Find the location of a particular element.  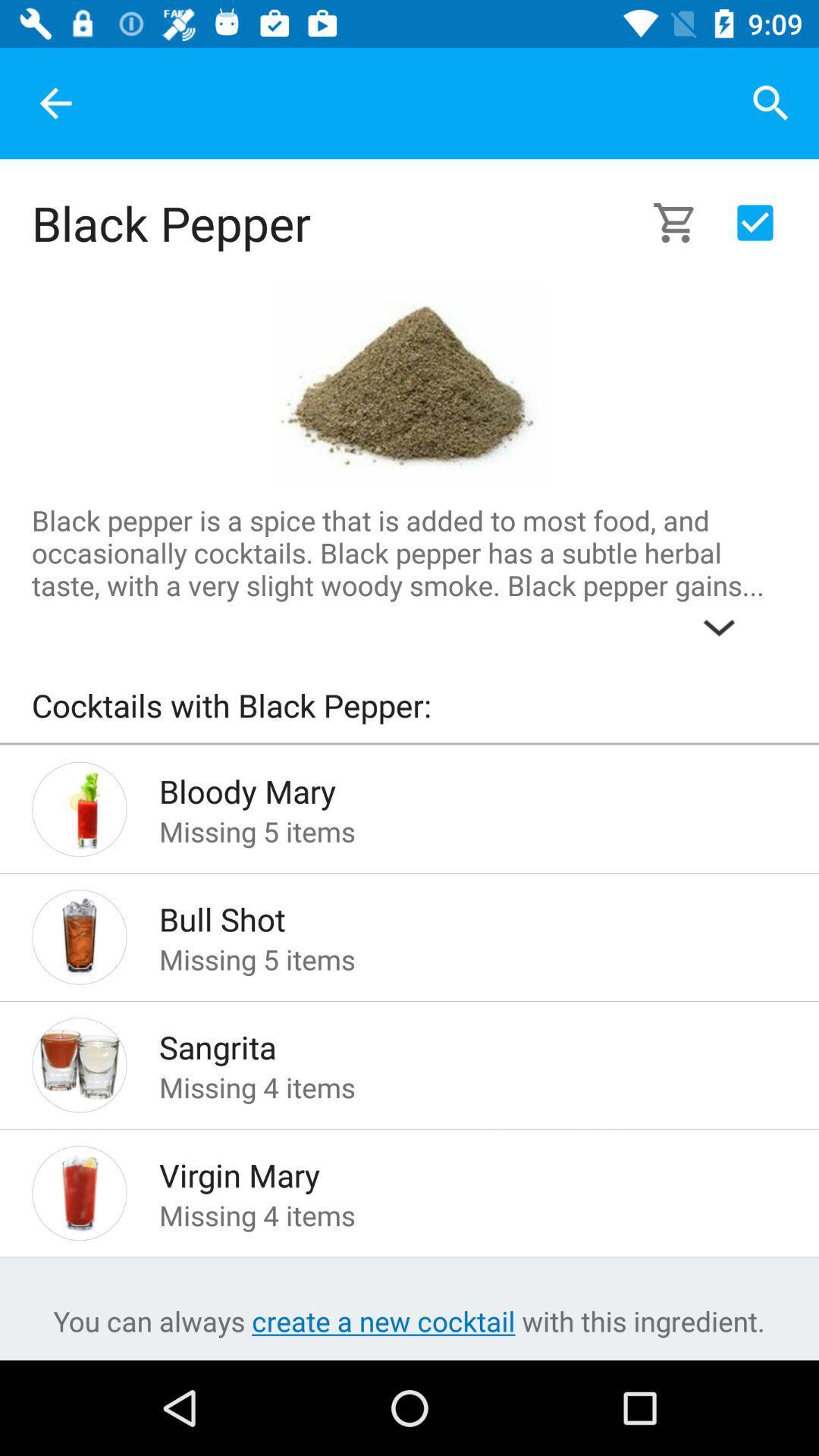

the icon above the missing 5 items icon is located at coordinates (448, 914).